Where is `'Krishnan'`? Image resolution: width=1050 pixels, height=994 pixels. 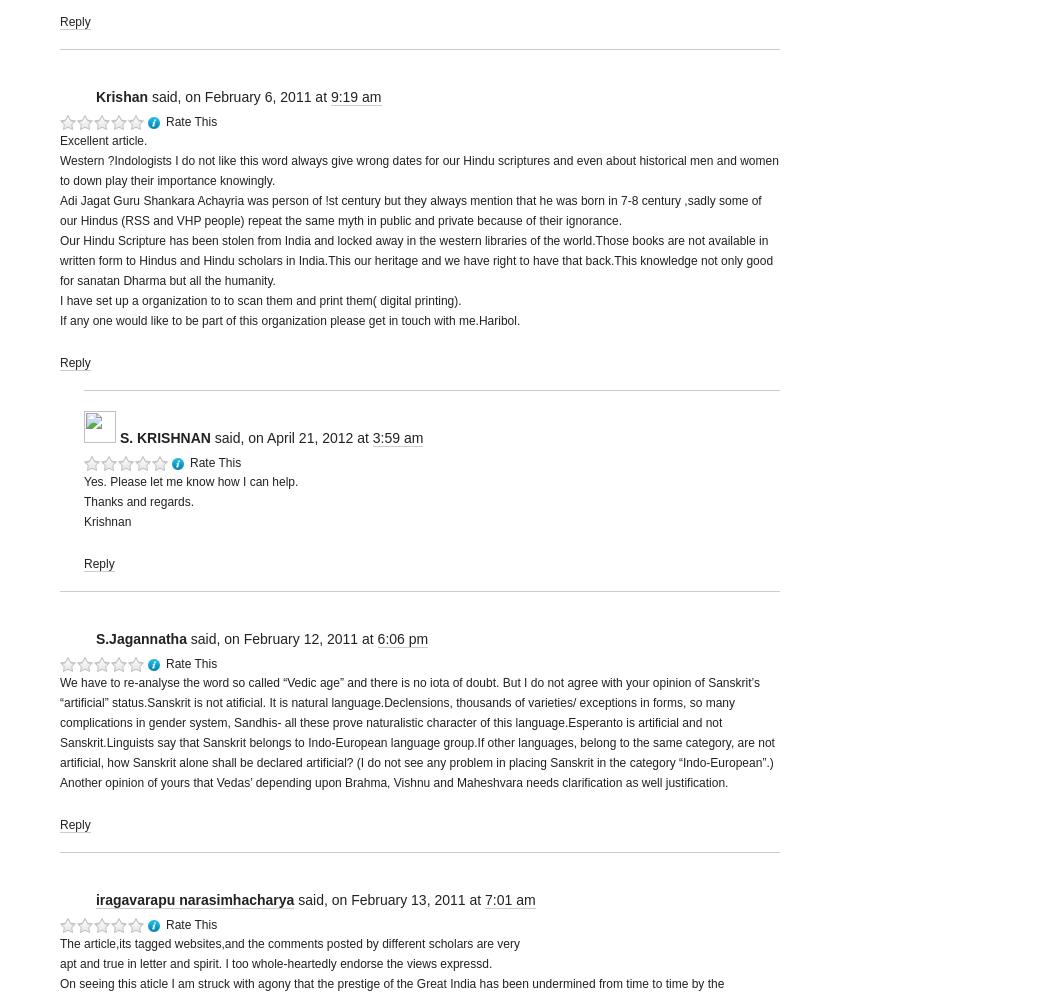 'Krishnan' is located at coordinates (107, 522).